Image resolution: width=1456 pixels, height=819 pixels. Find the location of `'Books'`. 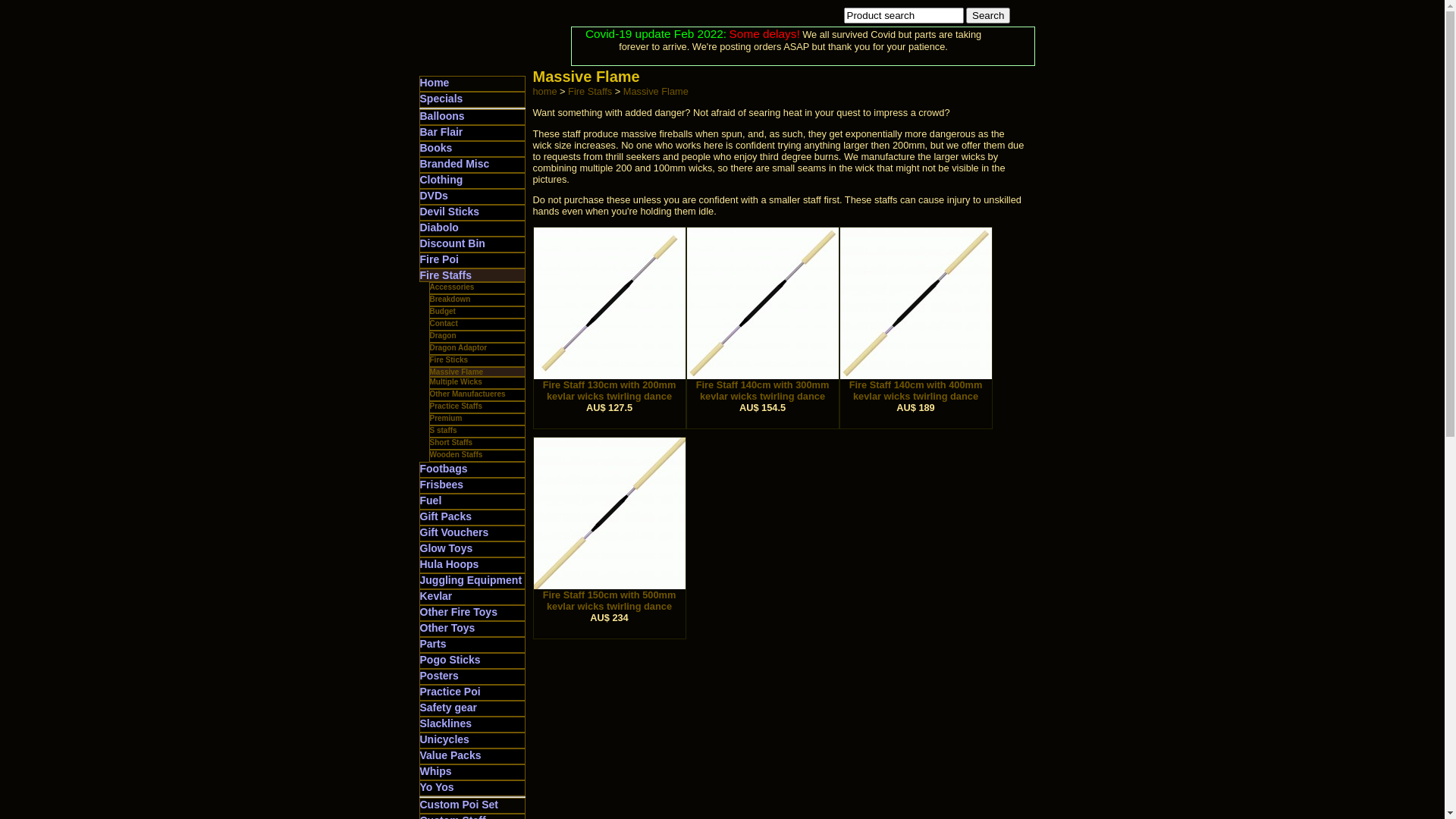

'Books' is located at coordinates (435, 148).